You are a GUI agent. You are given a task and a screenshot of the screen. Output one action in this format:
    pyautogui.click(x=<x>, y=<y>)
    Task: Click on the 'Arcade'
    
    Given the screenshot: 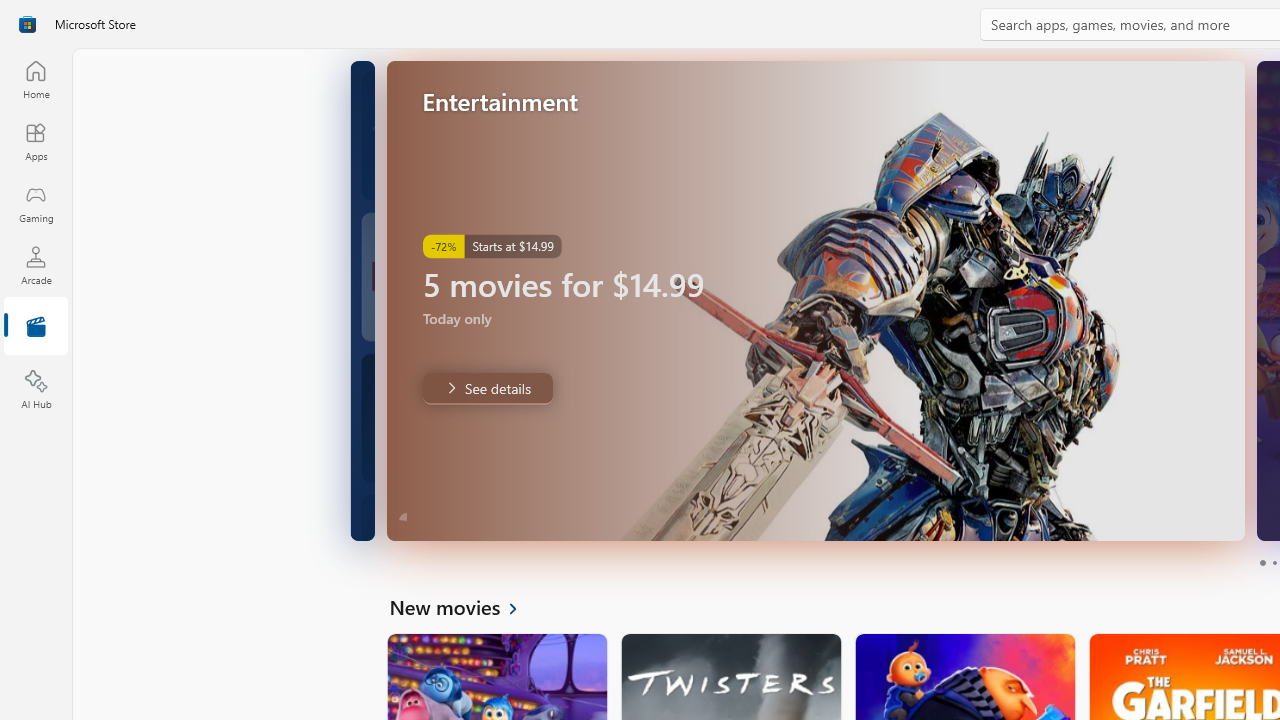 What is the action you would take?
    pyautogui.click(x=35, y=264)
    